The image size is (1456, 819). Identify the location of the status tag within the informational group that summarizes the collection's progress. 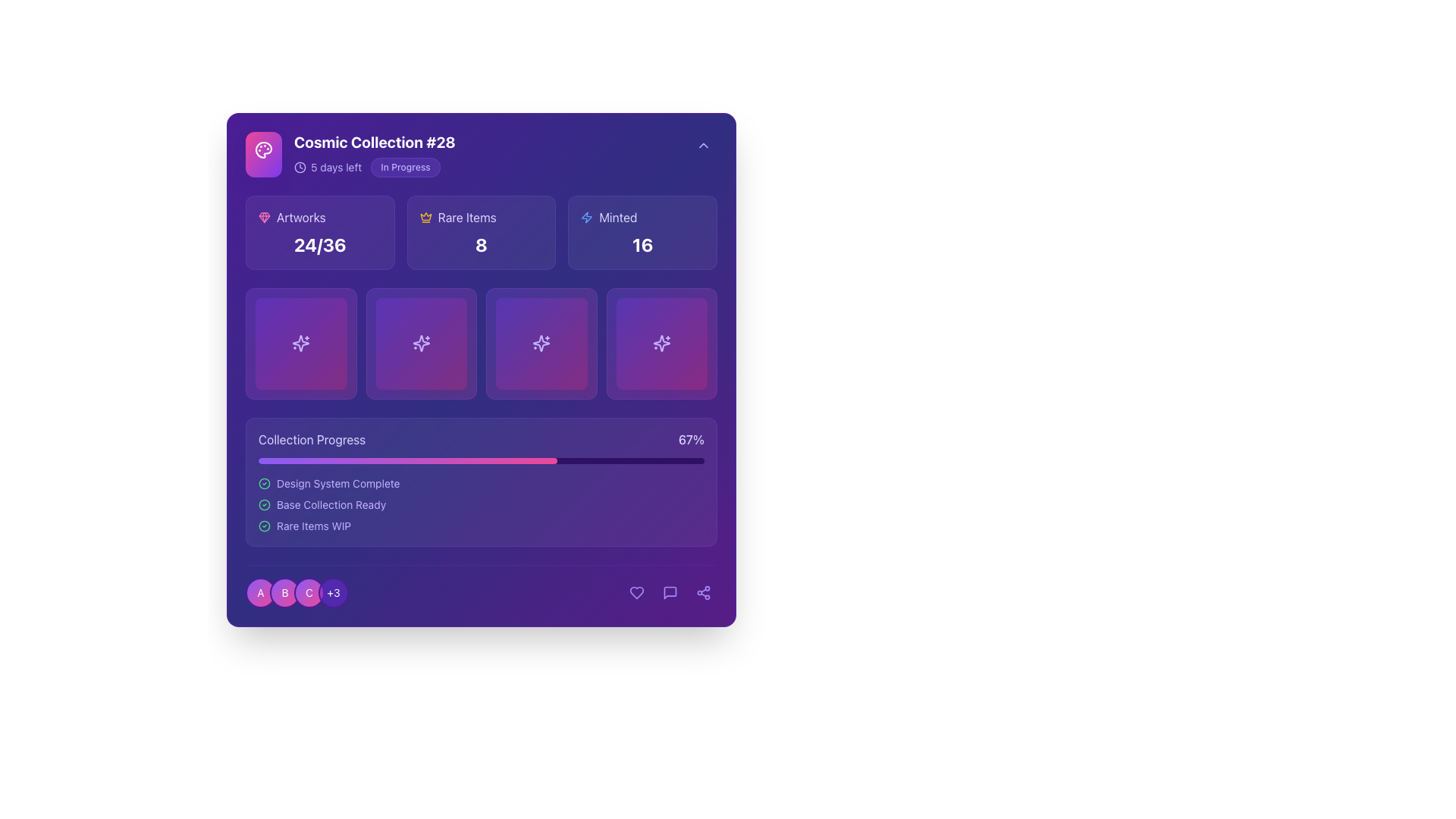
(375, 155).